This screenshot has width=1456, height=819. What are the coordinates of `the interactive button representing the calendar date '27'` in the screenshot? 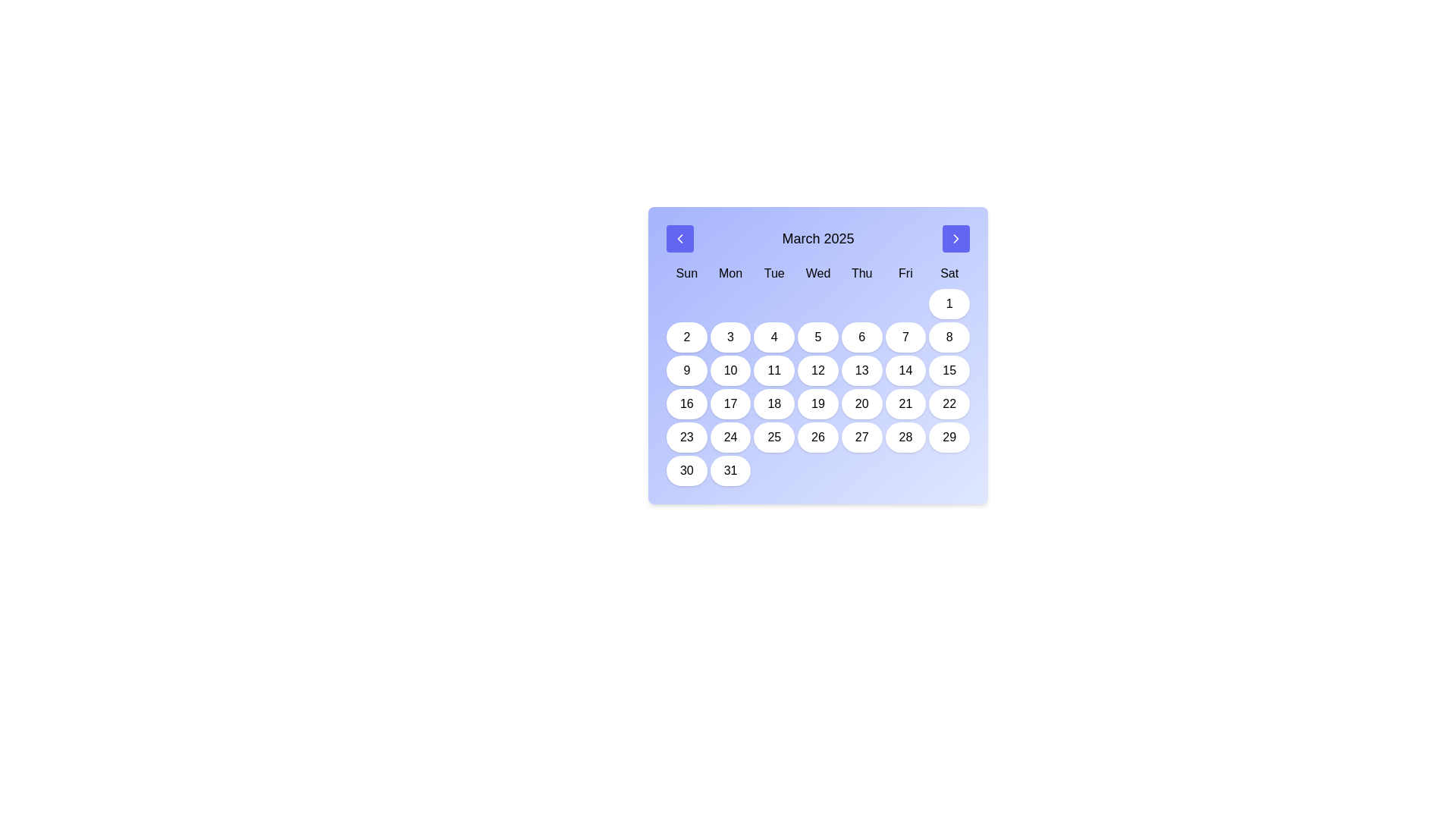 It's located at (861, 438).